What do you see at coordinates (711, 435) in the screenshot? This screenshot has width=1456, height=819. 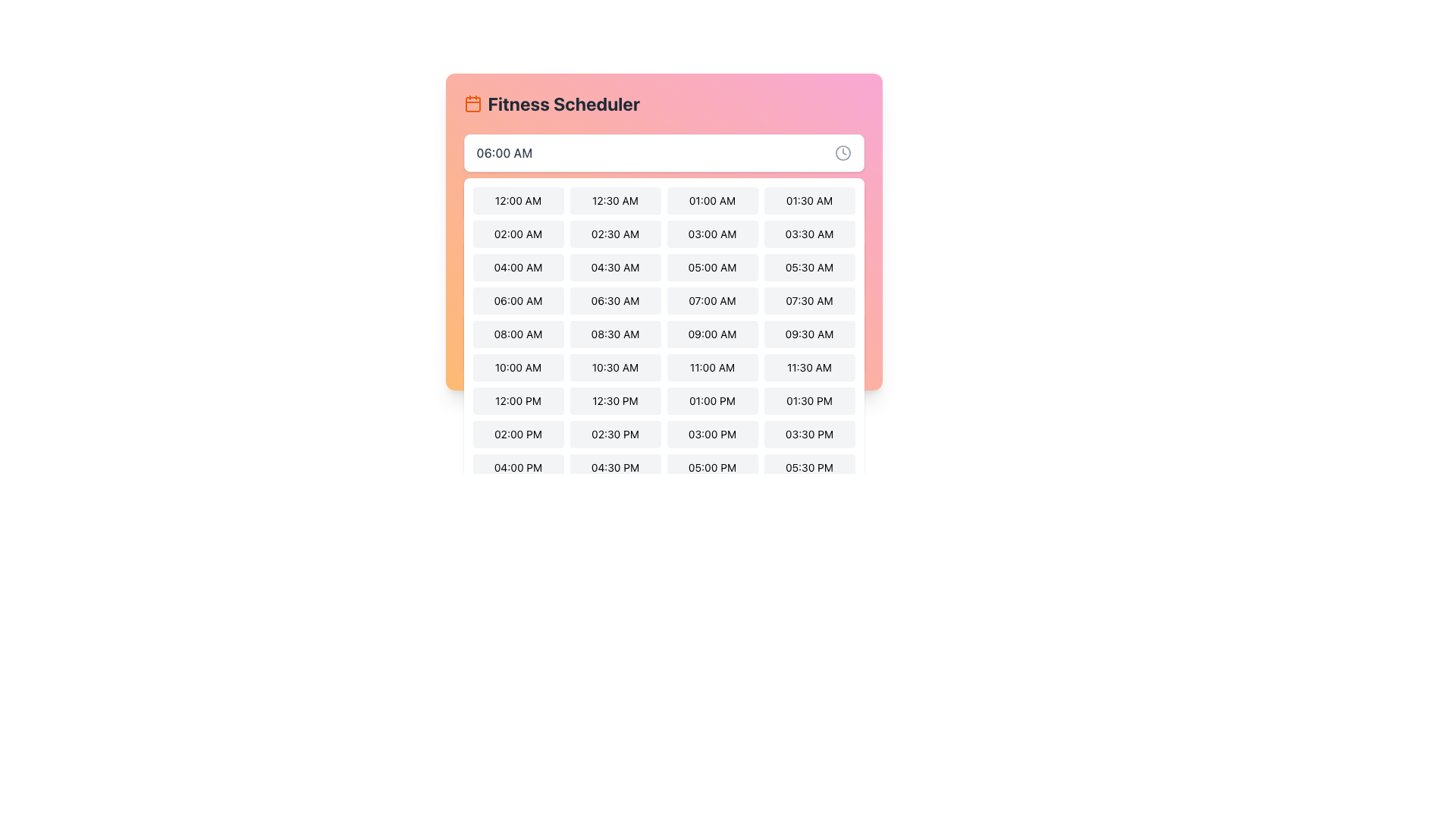 I see `the button in the time picker that allows users to select '03:00 PM'` at bounding box center [711, 435].